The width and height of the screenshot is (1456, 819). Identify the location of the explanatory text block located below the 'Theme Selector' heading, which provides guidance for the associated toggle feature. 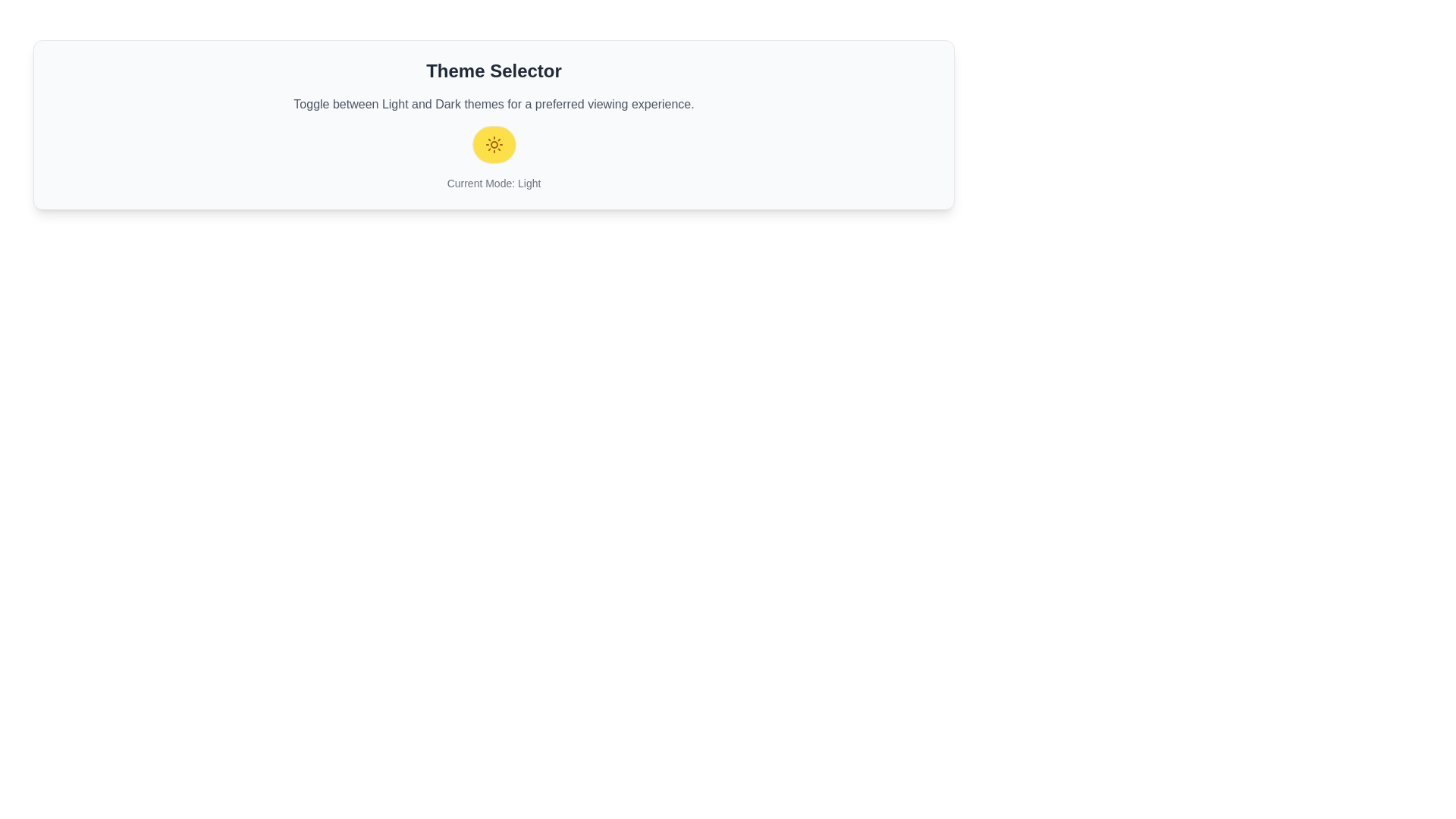
(494, 104).